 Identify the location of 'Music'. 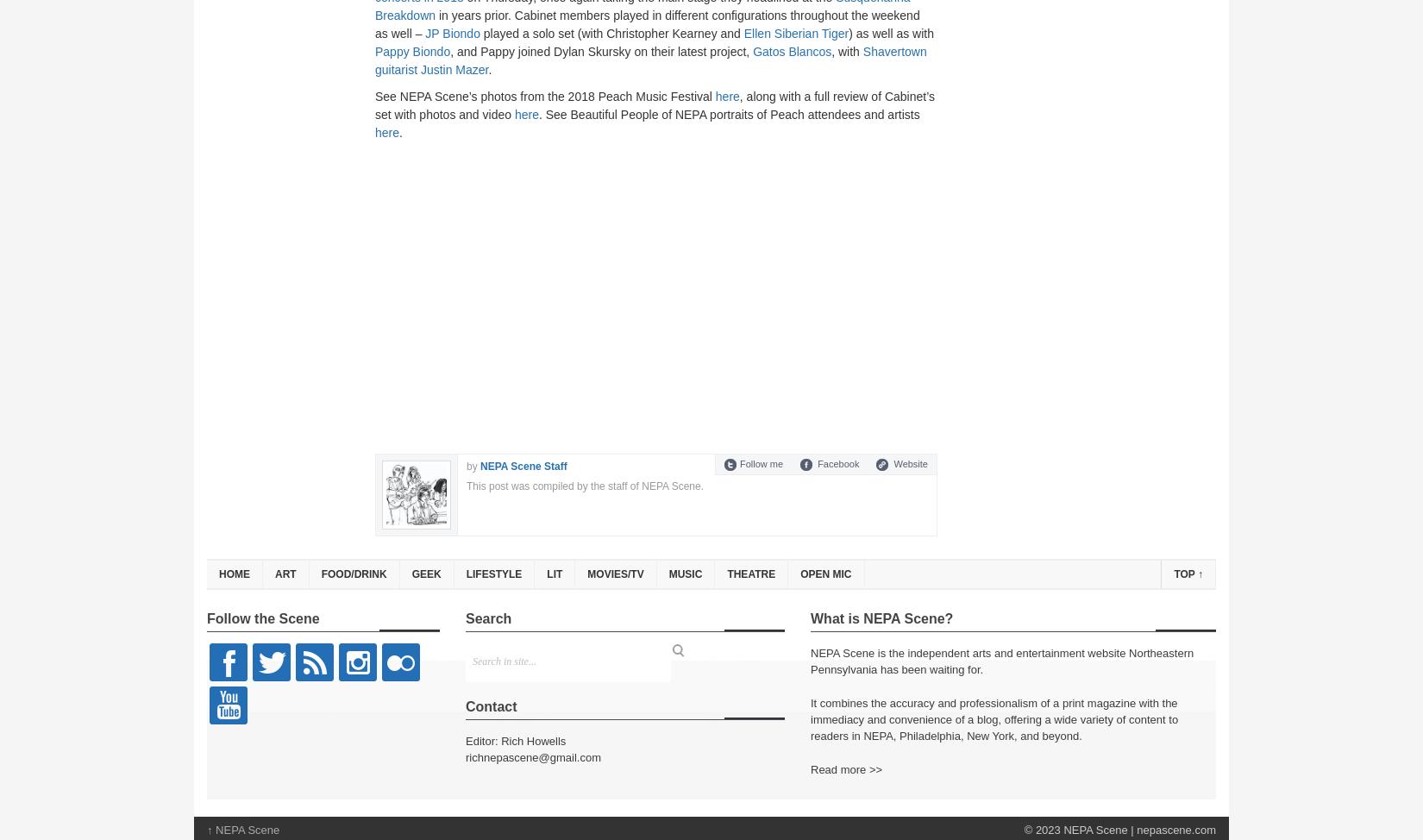
(684, 574).